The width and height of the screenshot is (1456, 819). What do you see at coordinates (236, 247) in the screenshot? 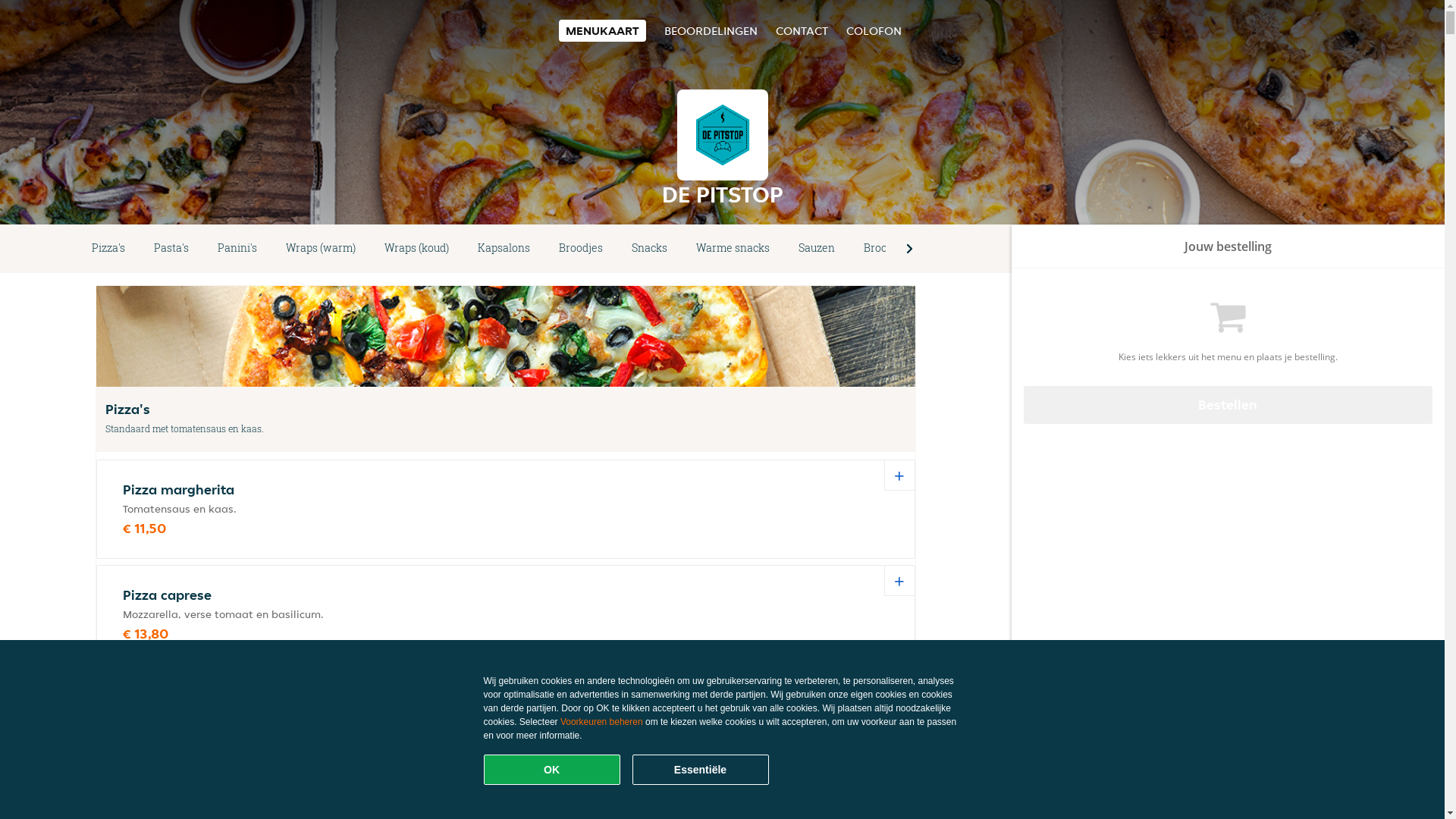
I see `'Panini's'` at bounding box center [236, 247].